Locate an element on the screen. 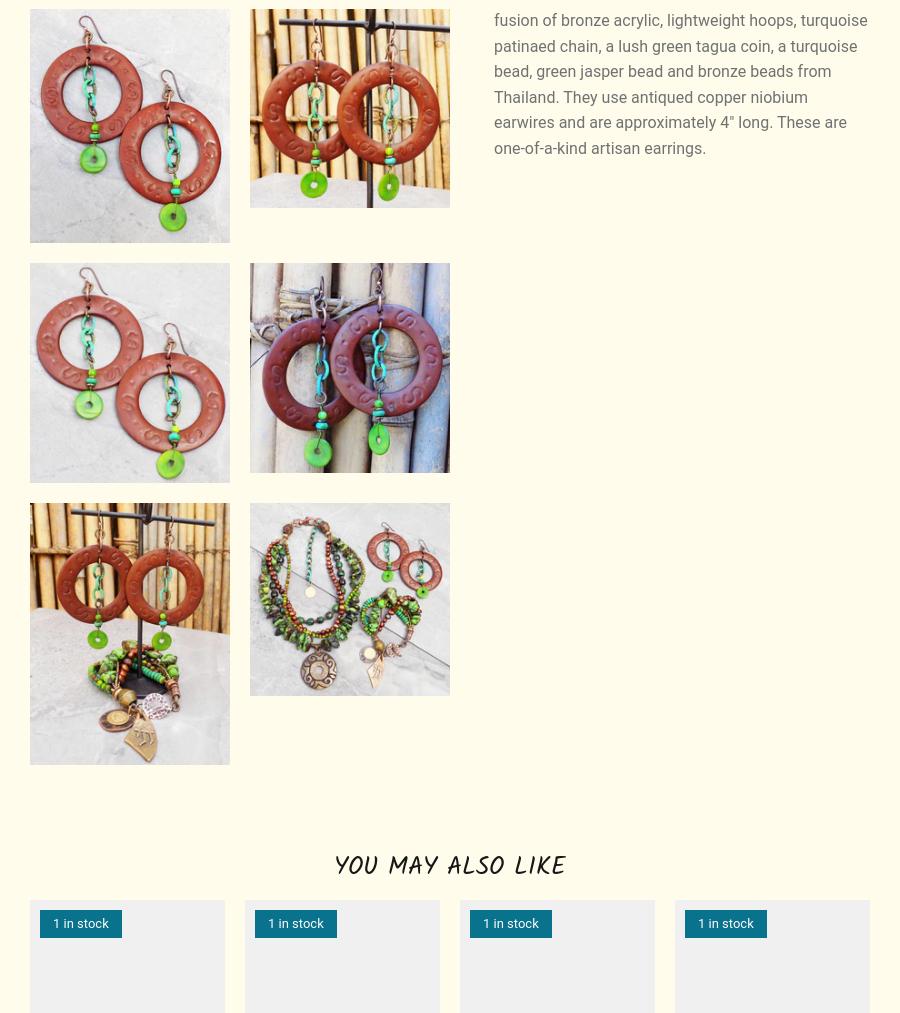  'Comoros' is located at coordinates (648, 829).